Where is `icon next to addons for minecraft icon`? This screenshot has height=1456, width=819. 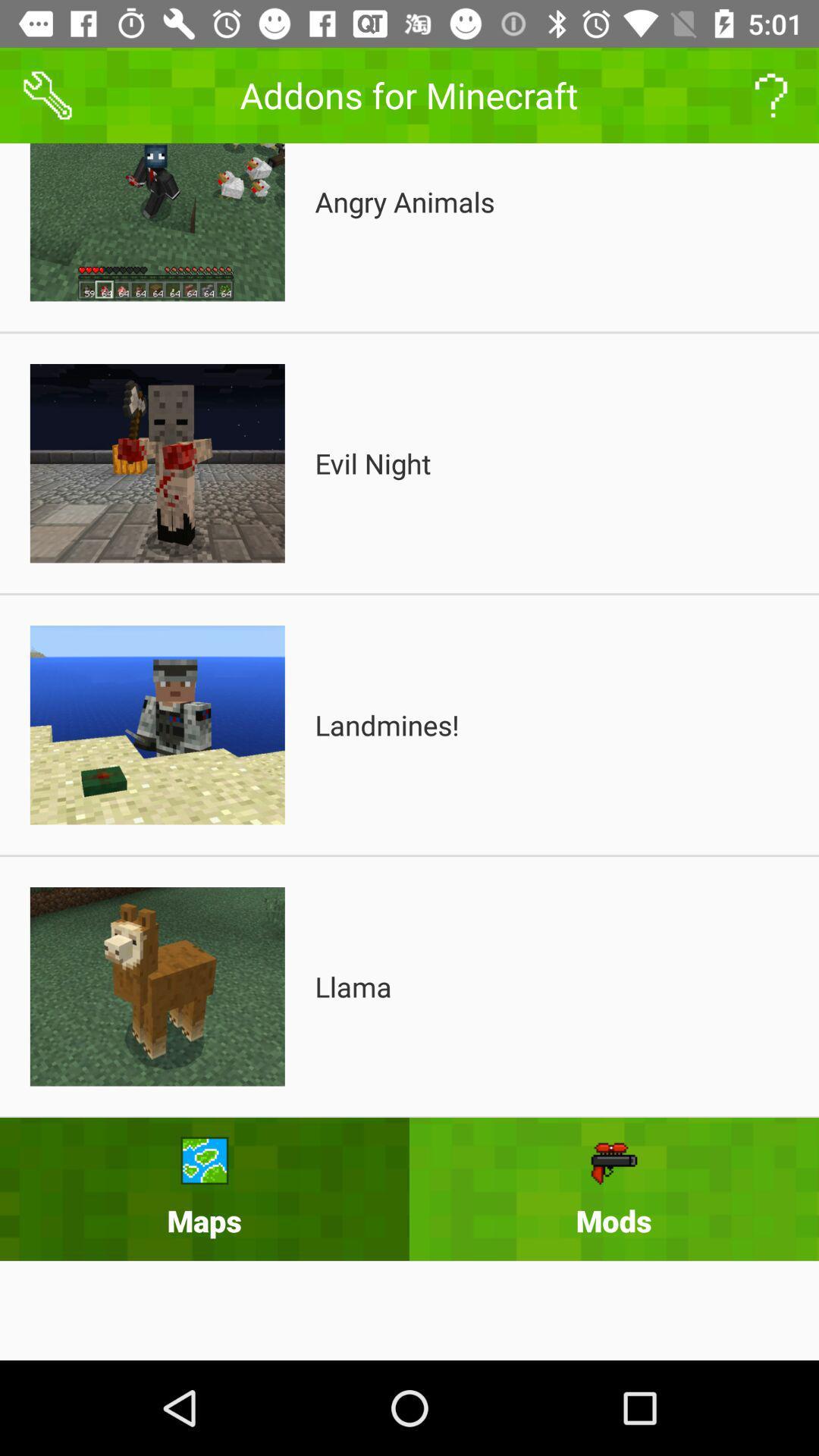
icon next to addons for minecraft icon is located at coordinates (771, 94).